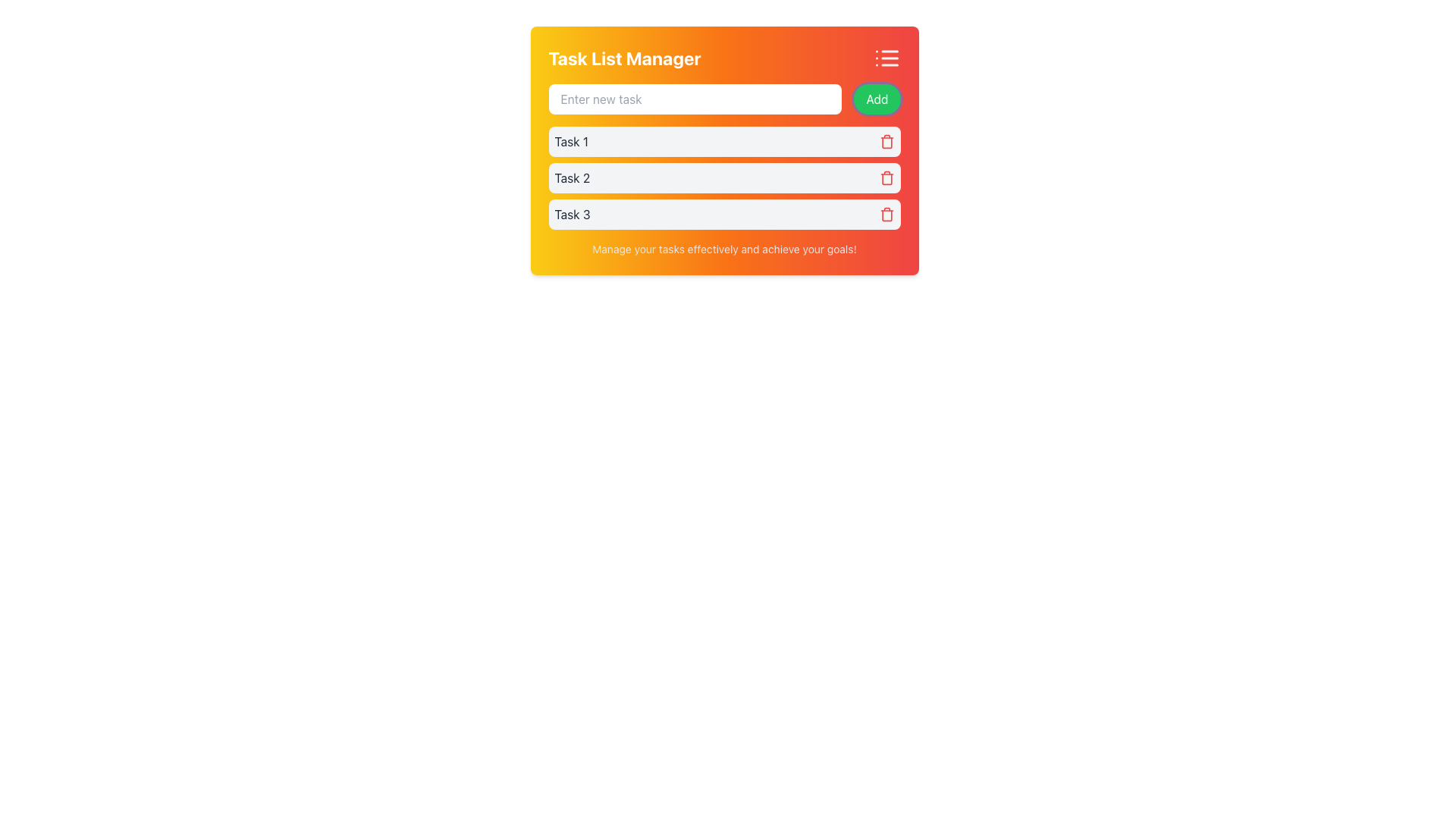 The width and height of the screenshot is (1456, 819). What do you see at coordinates (571, 177) in the screenshot?
I see `the text label displaying 'Task 2' which is part of the second item in the 'Task List Manager'` at bounding box center [571, 177].